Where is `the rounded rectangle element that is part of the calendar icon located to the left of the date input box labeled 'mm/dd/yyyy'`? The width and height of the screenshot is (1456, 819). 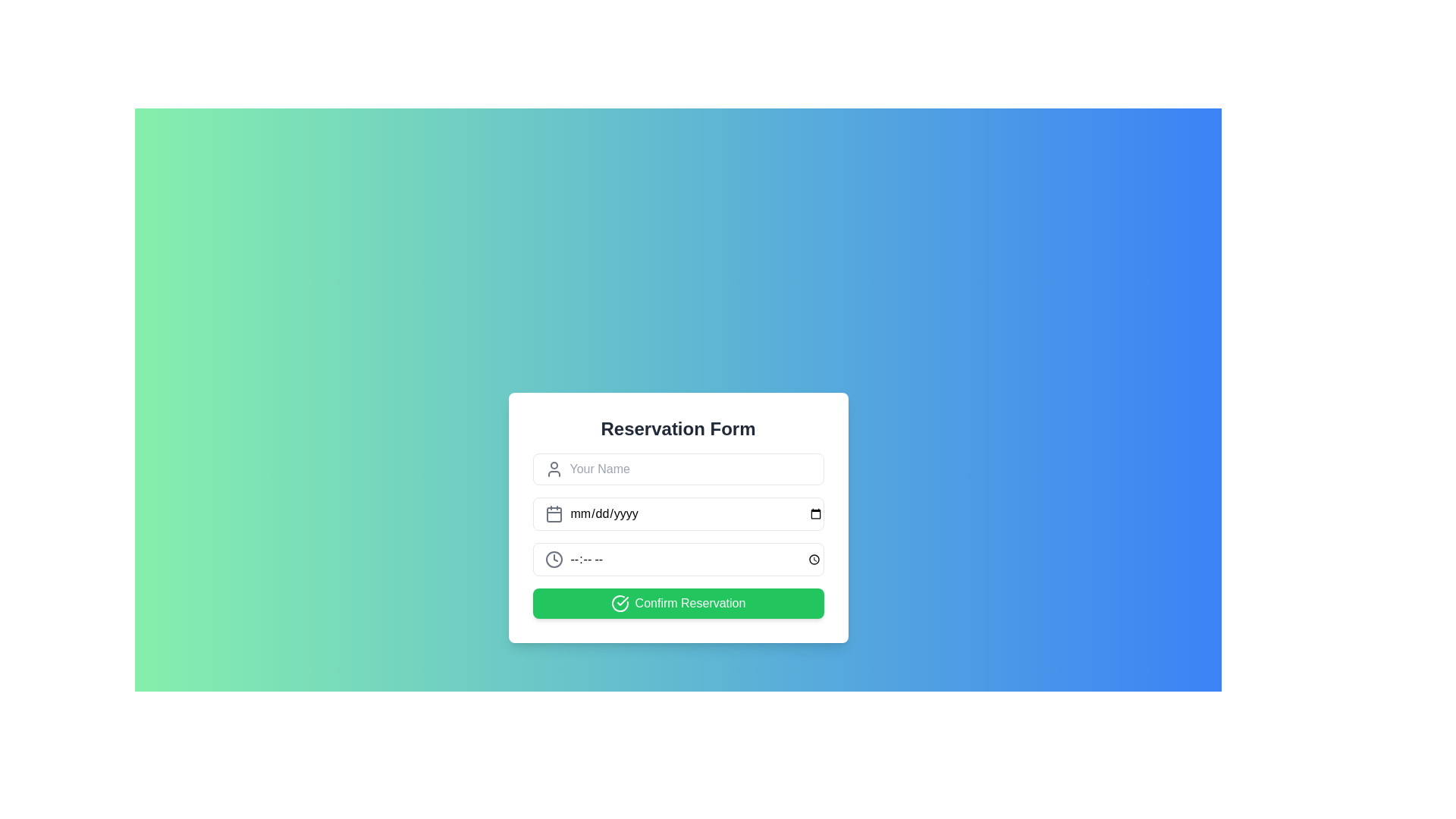 the rounded rectangle element that is part of the calendar icon located to the left of the date input box labeled 'mm/dd/yyyy' is located at coordinates (553, 513).